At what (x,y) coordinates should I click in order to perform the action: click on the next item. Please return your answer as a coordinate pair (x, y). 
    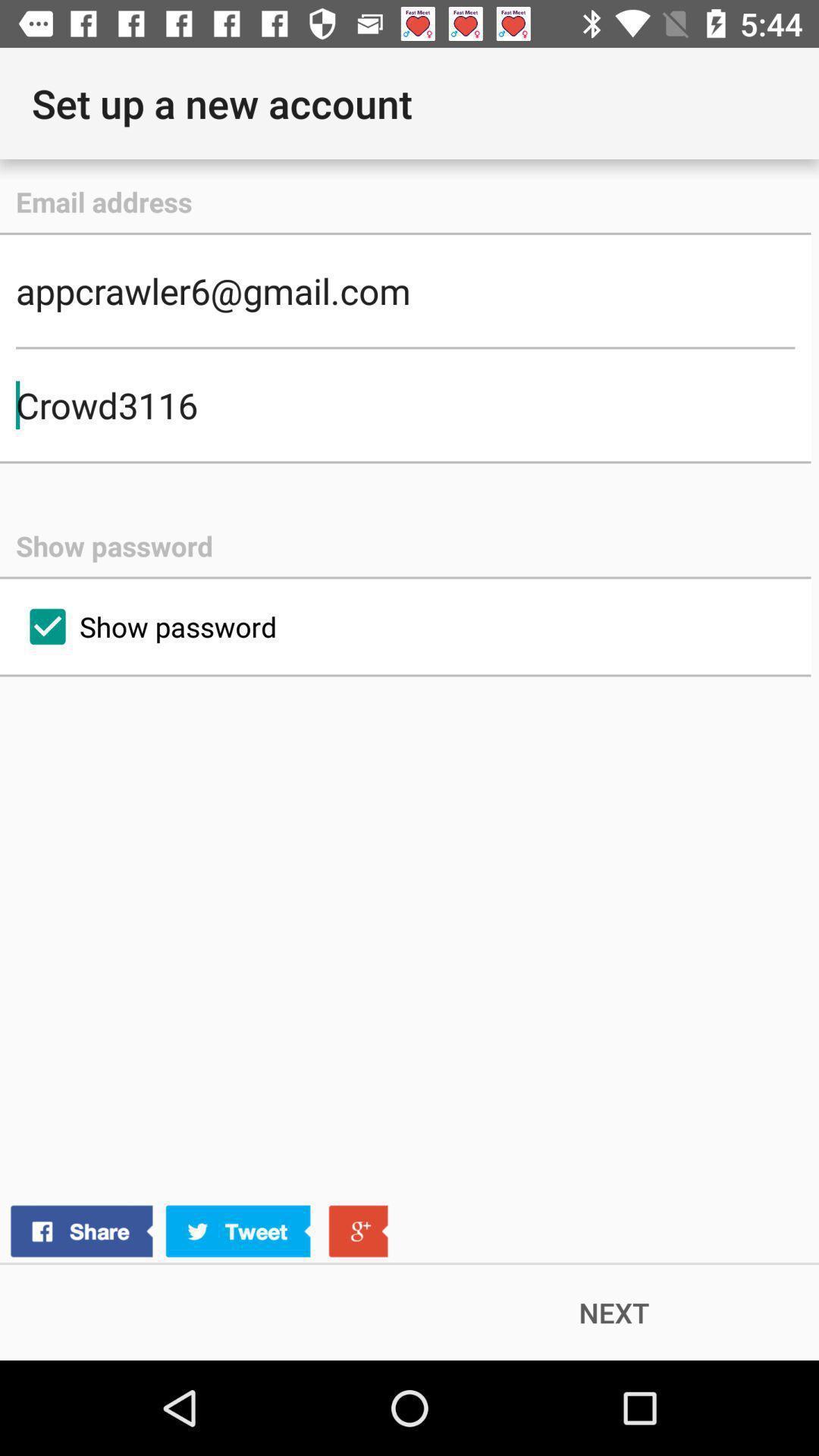
    Looking at the image, I should click on (614, 1312).